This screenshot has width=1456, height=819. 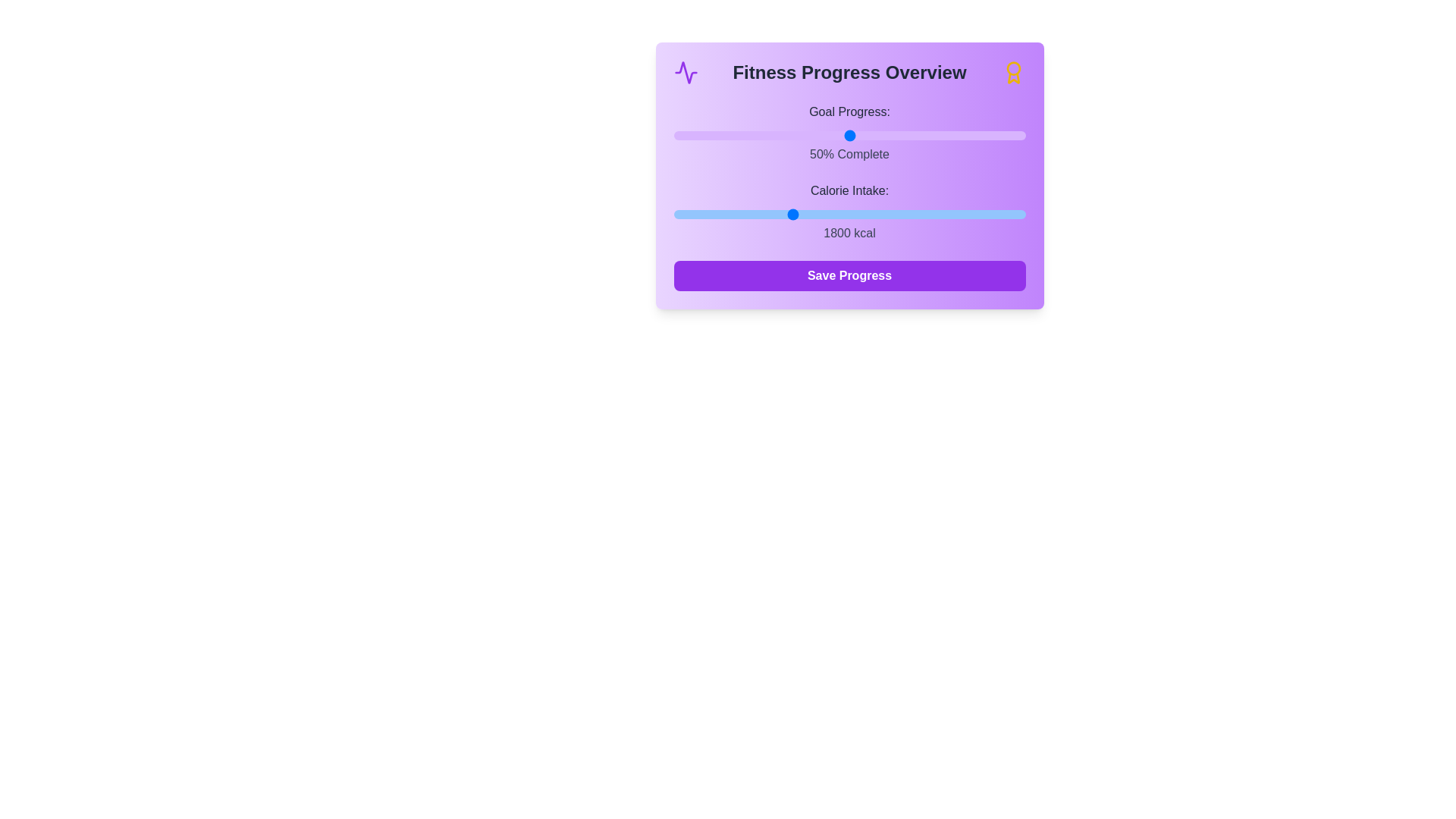 I want to click on the small purple waveform icon located in the header section of the 'Fitness Progress Overview' card, so click(x=685, y=73).